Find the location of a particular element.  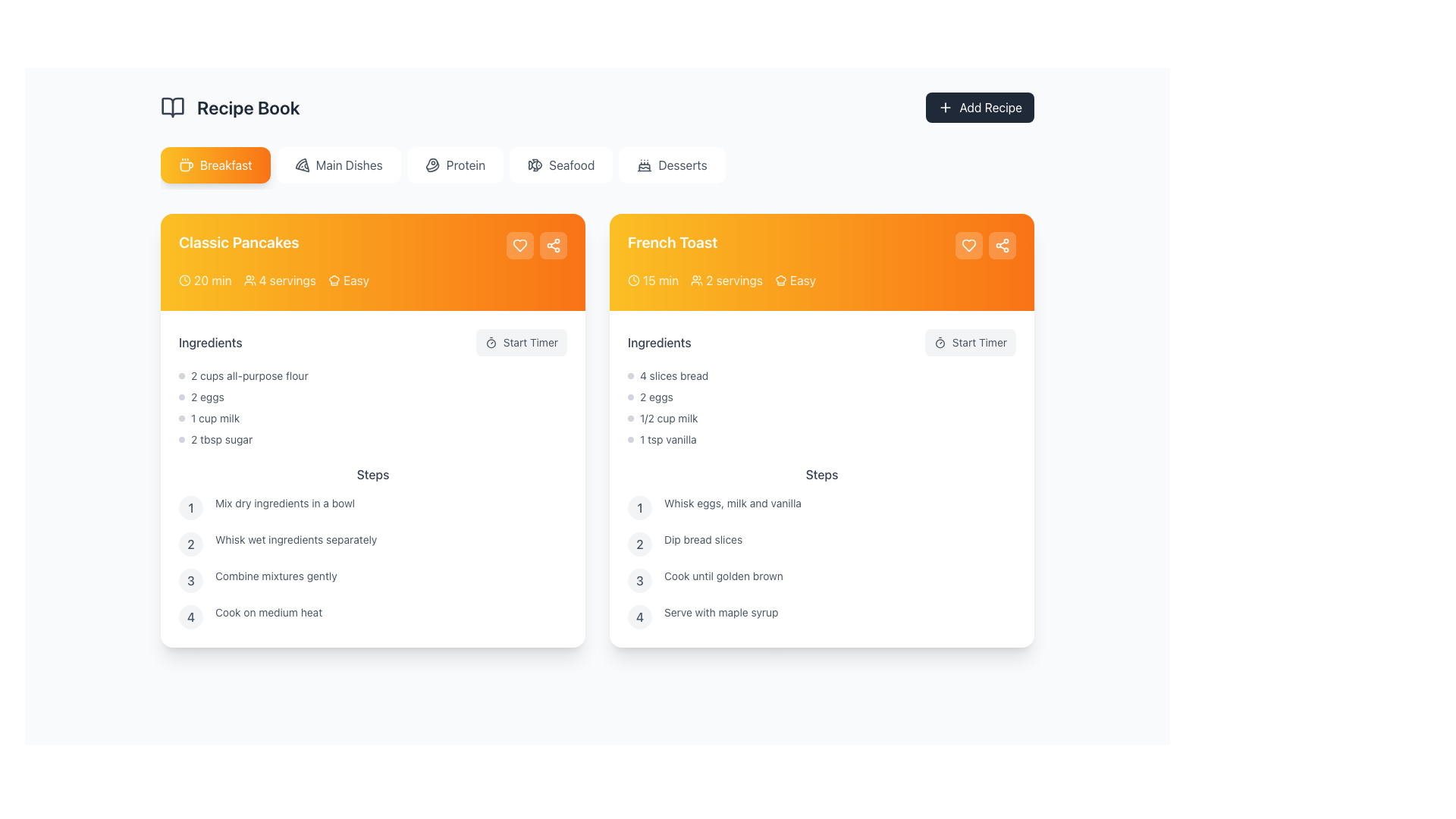

the text label 'Easy' which is prominently displayed in white font on an orange background, located on the right-hand side within the header of the 'Classic Pancakes' recipe card, next to a chef's hat icon is located at coordinates (356, 281).